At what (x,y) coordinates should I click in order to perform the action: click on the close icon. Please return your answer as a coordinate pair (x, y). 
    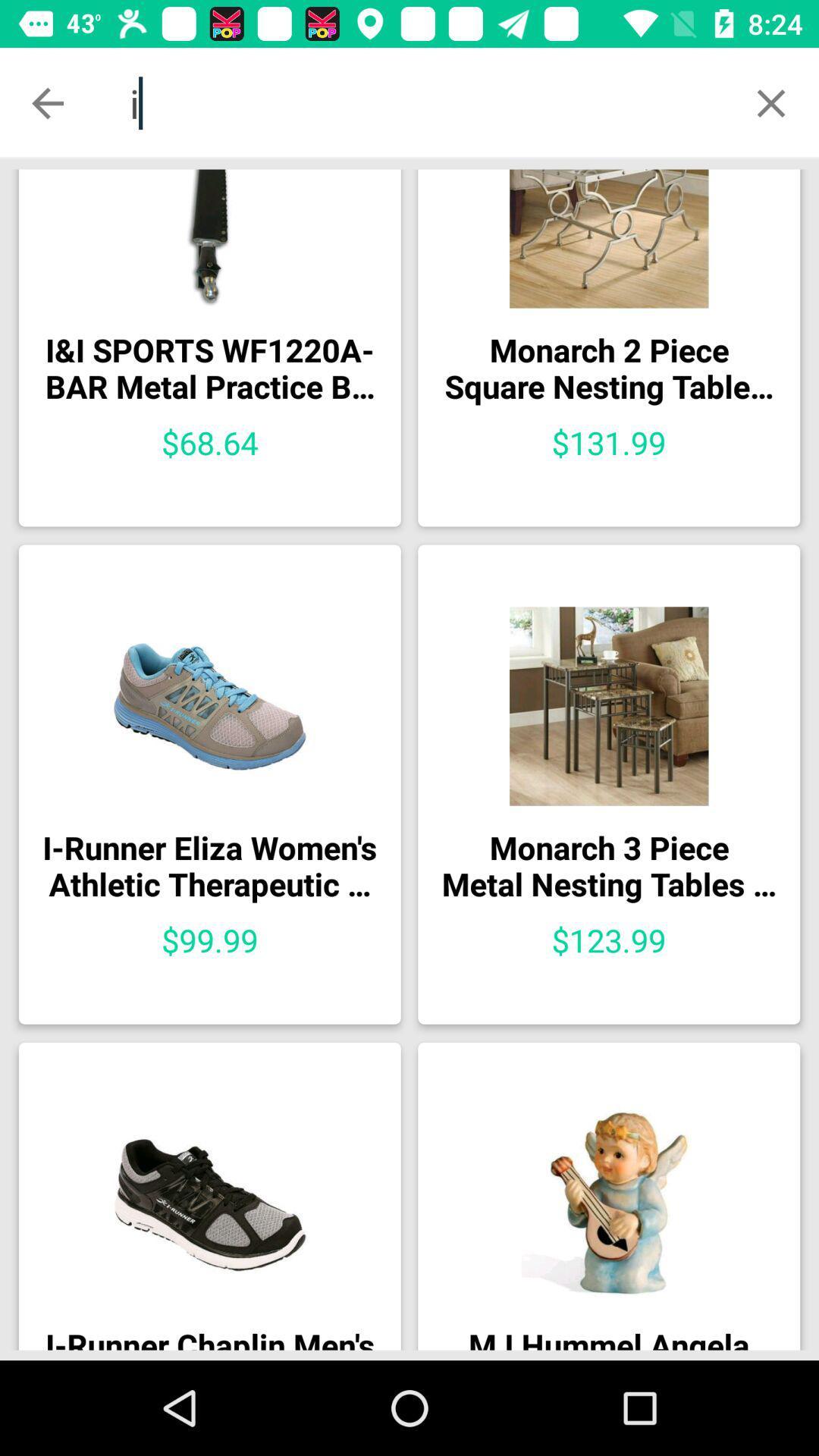
    Looking at the image, I should click on (771, 102).